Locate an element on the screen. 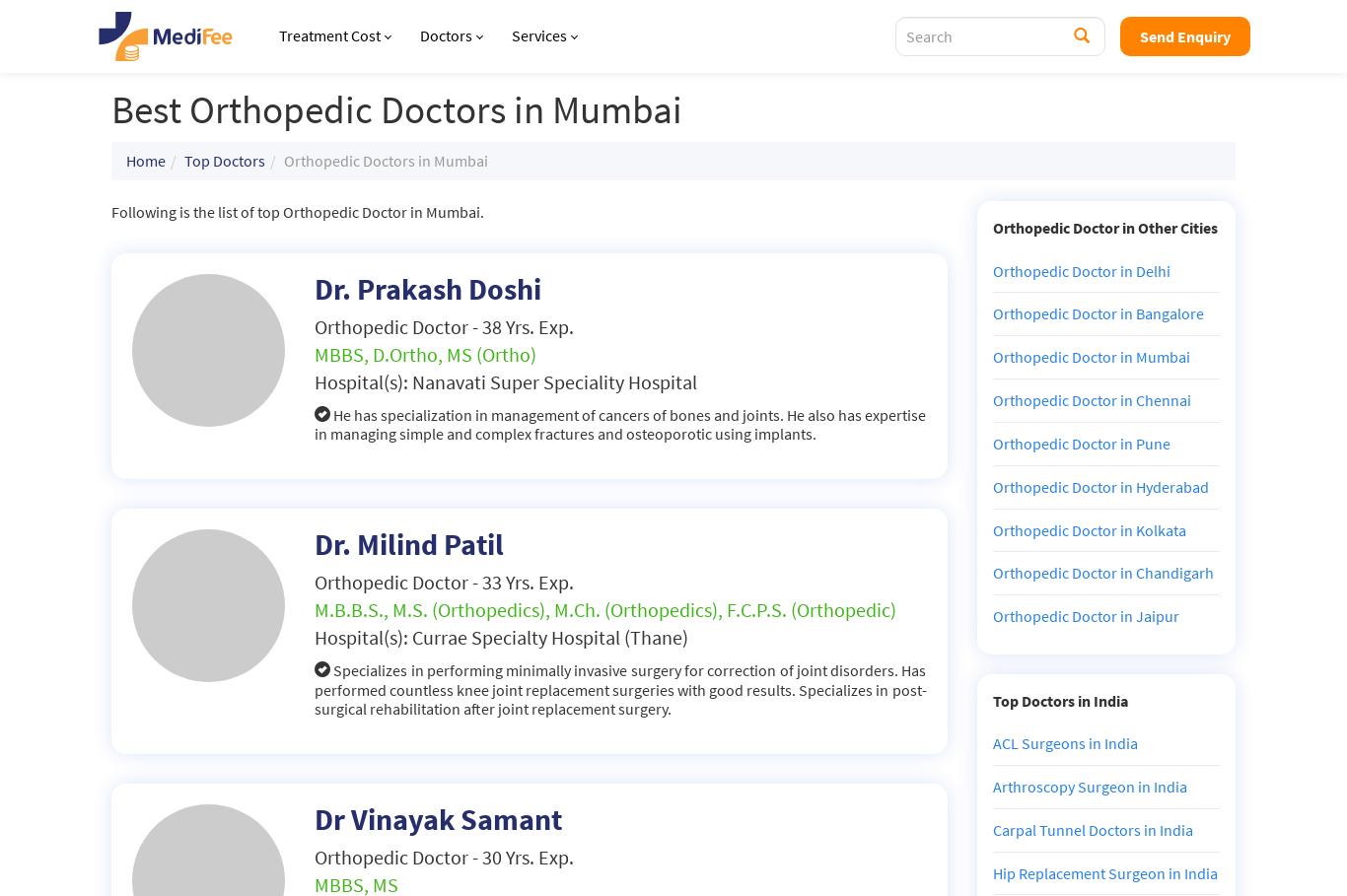 This screenshot has width=1347, height=896. 'Hospital(s):  Nanavati Super Speciality Hospital' is located at coordinates (314, 381).